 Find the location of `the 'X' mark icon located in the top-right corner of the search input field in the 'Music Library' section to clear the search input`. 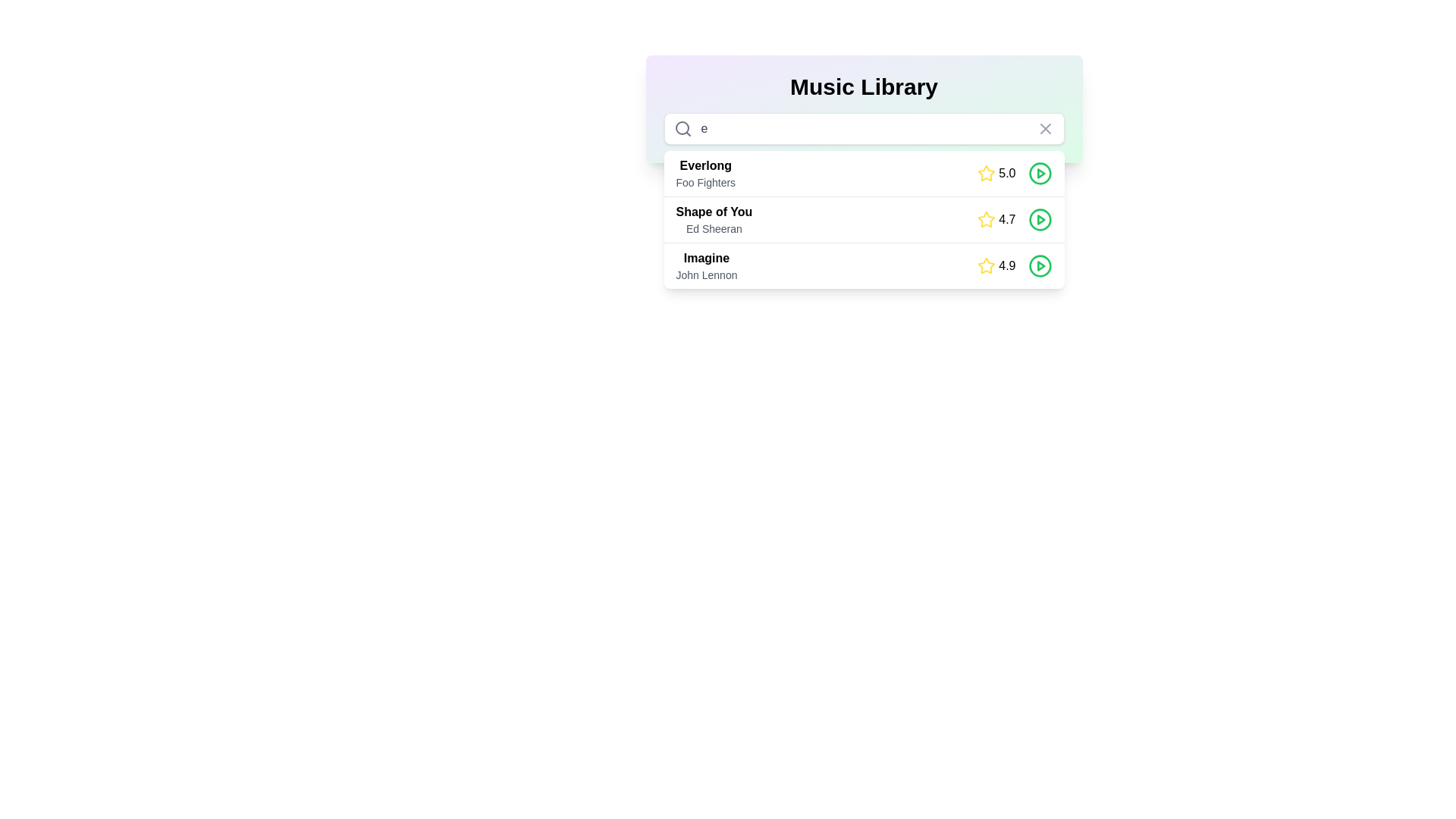

the 'X' mark icon located in the top-right corner of the search input field in the 'Music Library' section to clear the search input is located at coordinates (1044, 127).